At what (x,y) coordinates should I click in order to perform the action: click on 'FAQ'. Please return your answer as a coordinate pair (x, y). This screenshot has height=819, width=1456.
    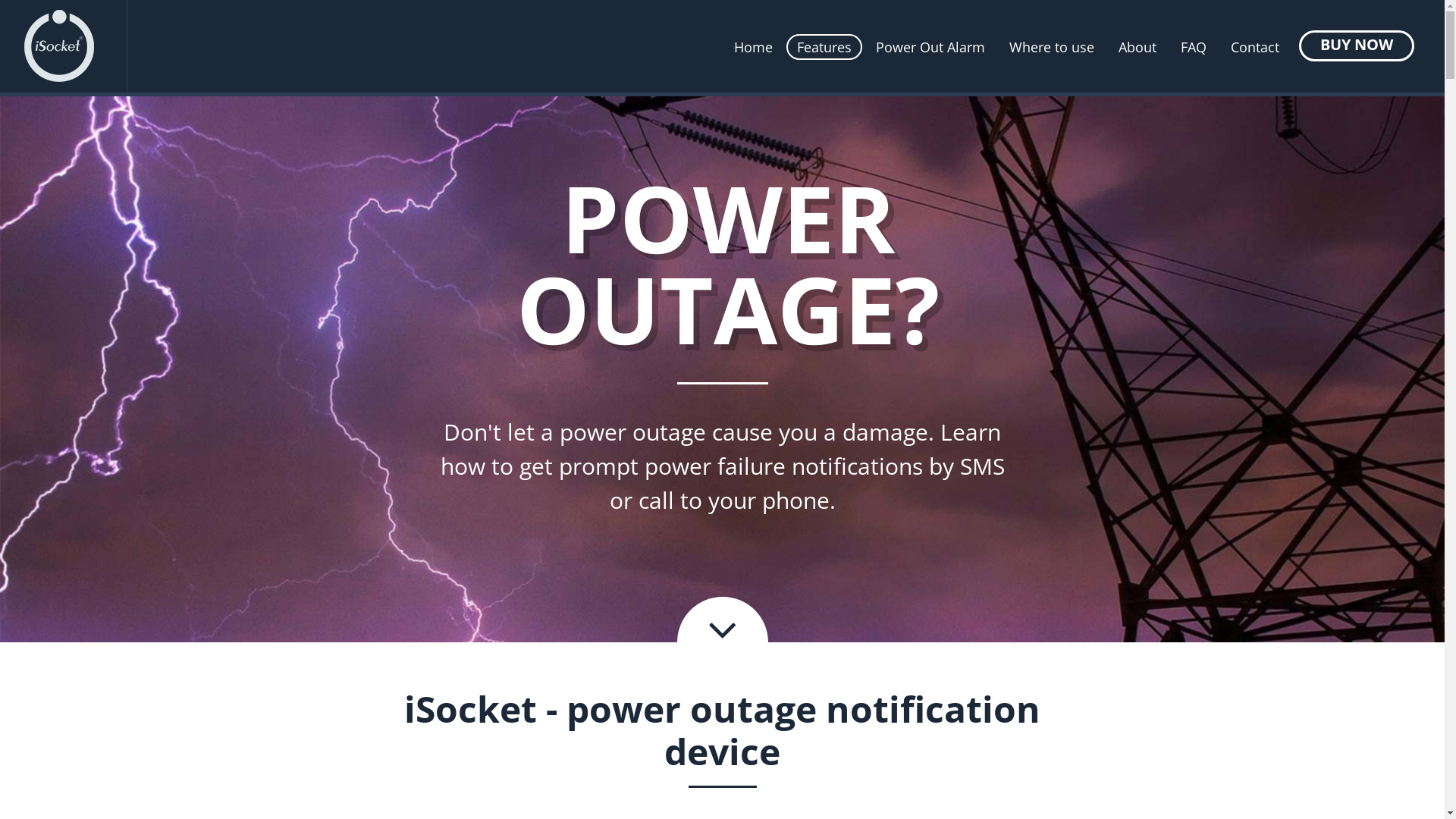
    Looking at the image, I should click on (1193, 45).